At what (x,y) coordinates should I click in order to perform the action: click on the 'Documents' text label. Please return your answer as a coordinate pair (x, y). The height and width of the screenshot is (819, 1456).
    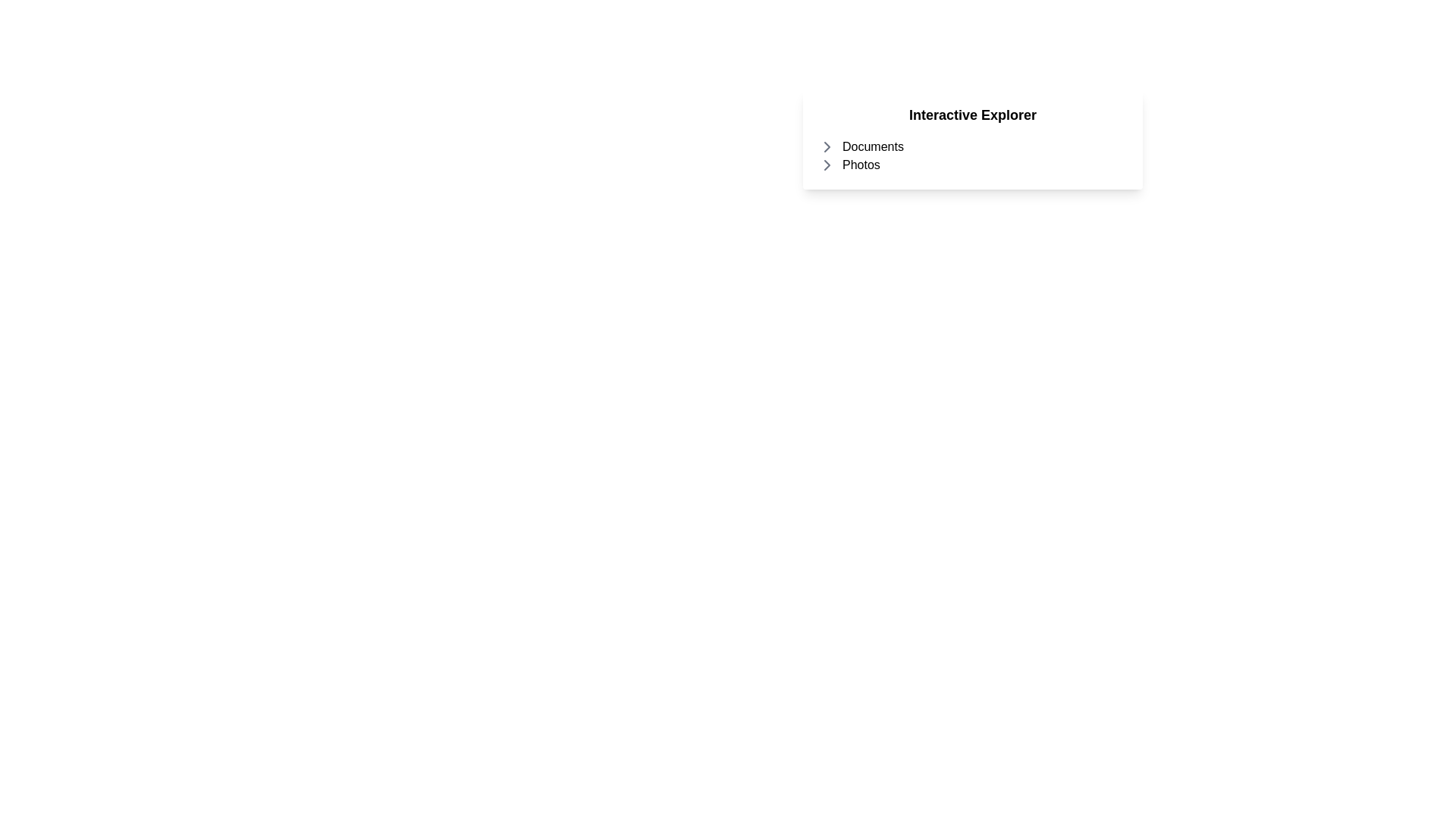
    Looking at the image, I should click on (873, 146).